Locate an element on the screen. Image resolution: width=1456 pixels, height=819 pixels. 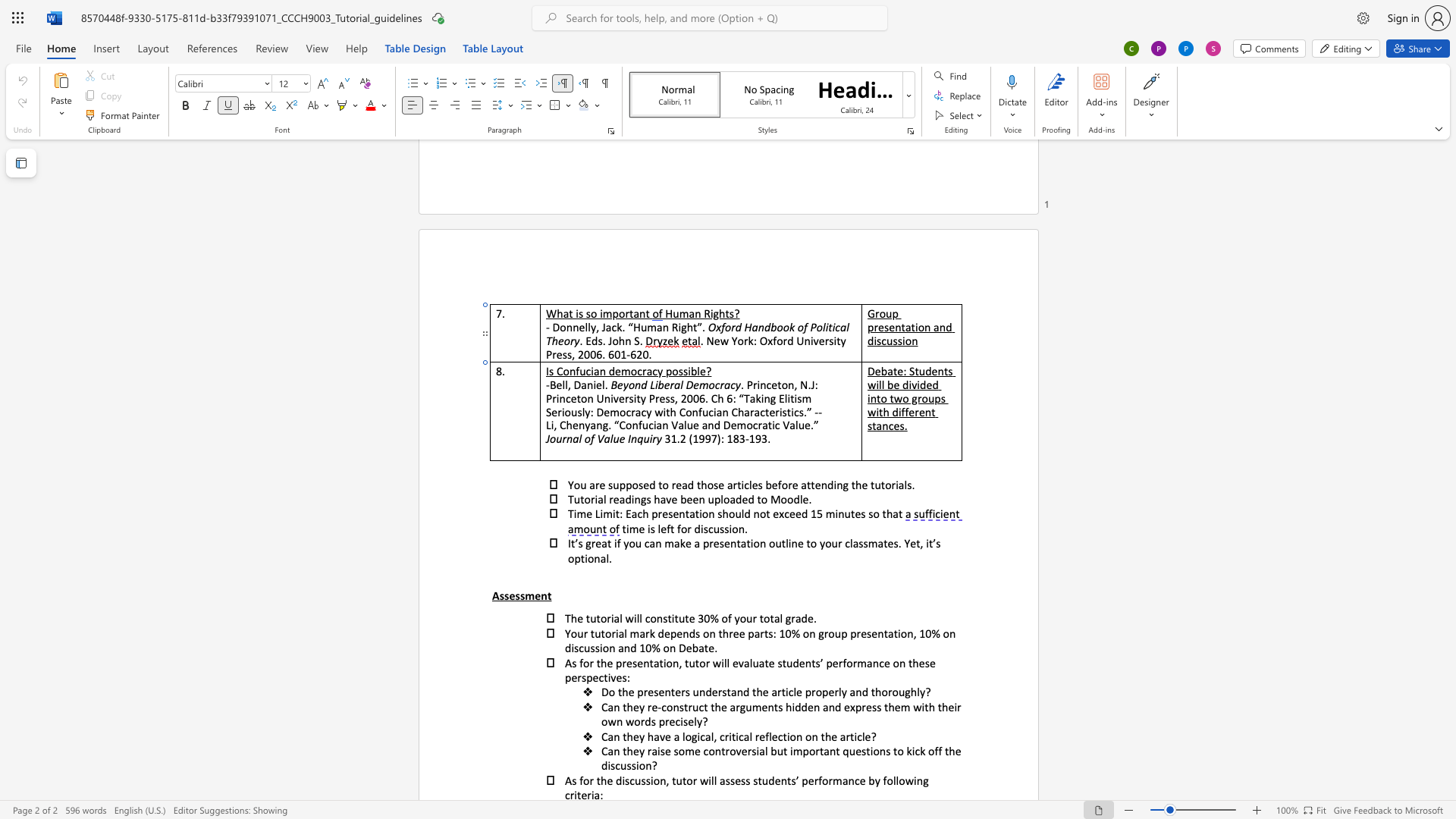
the space between the continuous character "i" and "n" in the text is located at coordinates (635, 499).